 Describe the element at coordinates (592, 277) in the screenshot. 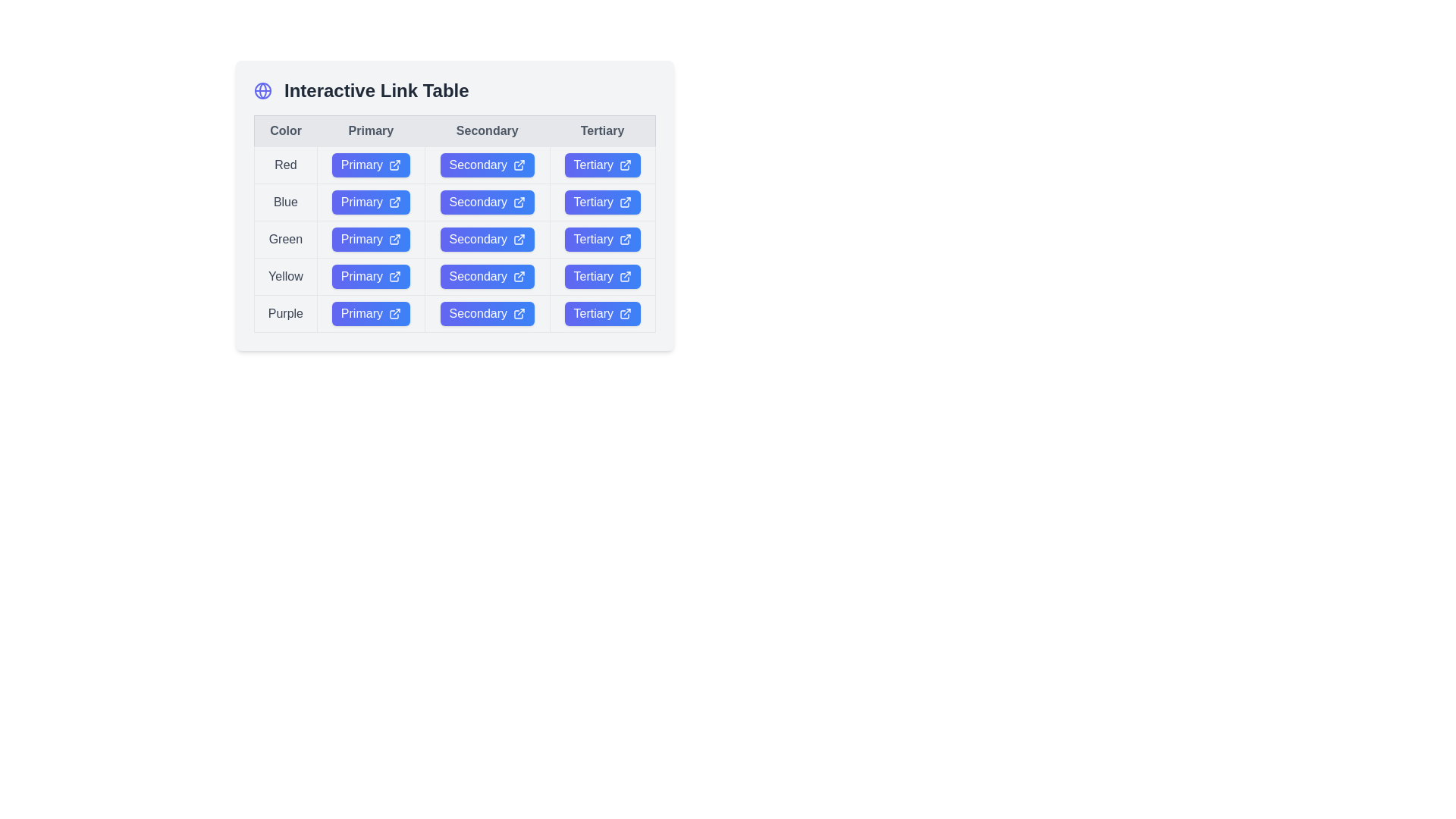

I see `the interactive button labeled 'Yellow' which is the third item in the row under the 'Tertiary' heading` at that location.